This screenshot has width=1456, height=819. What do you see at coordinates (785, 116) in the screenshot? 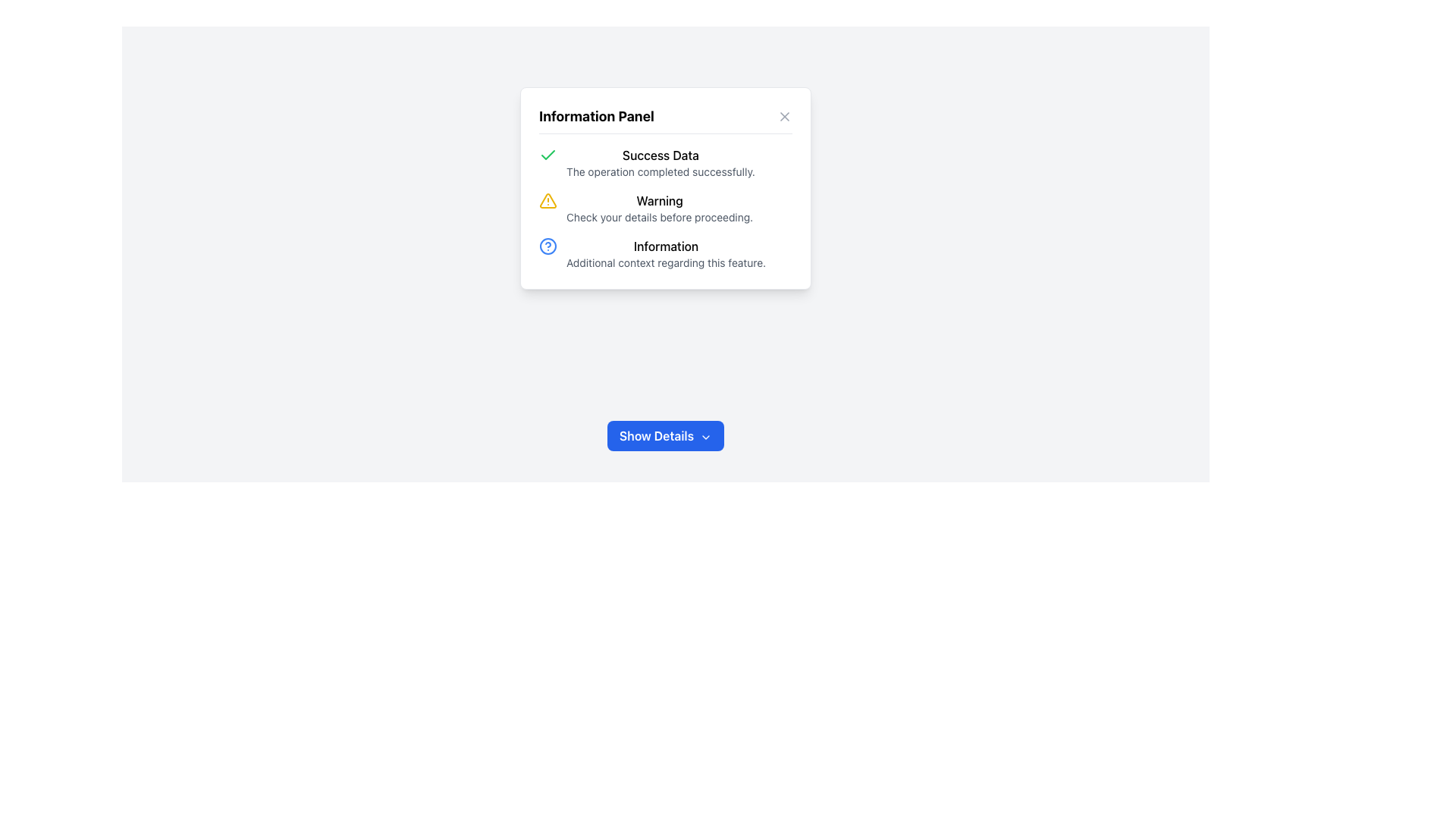
I see `the 'X' button in the upper-right corner of the 'Information Panel'` at bounding box center [785, 116].